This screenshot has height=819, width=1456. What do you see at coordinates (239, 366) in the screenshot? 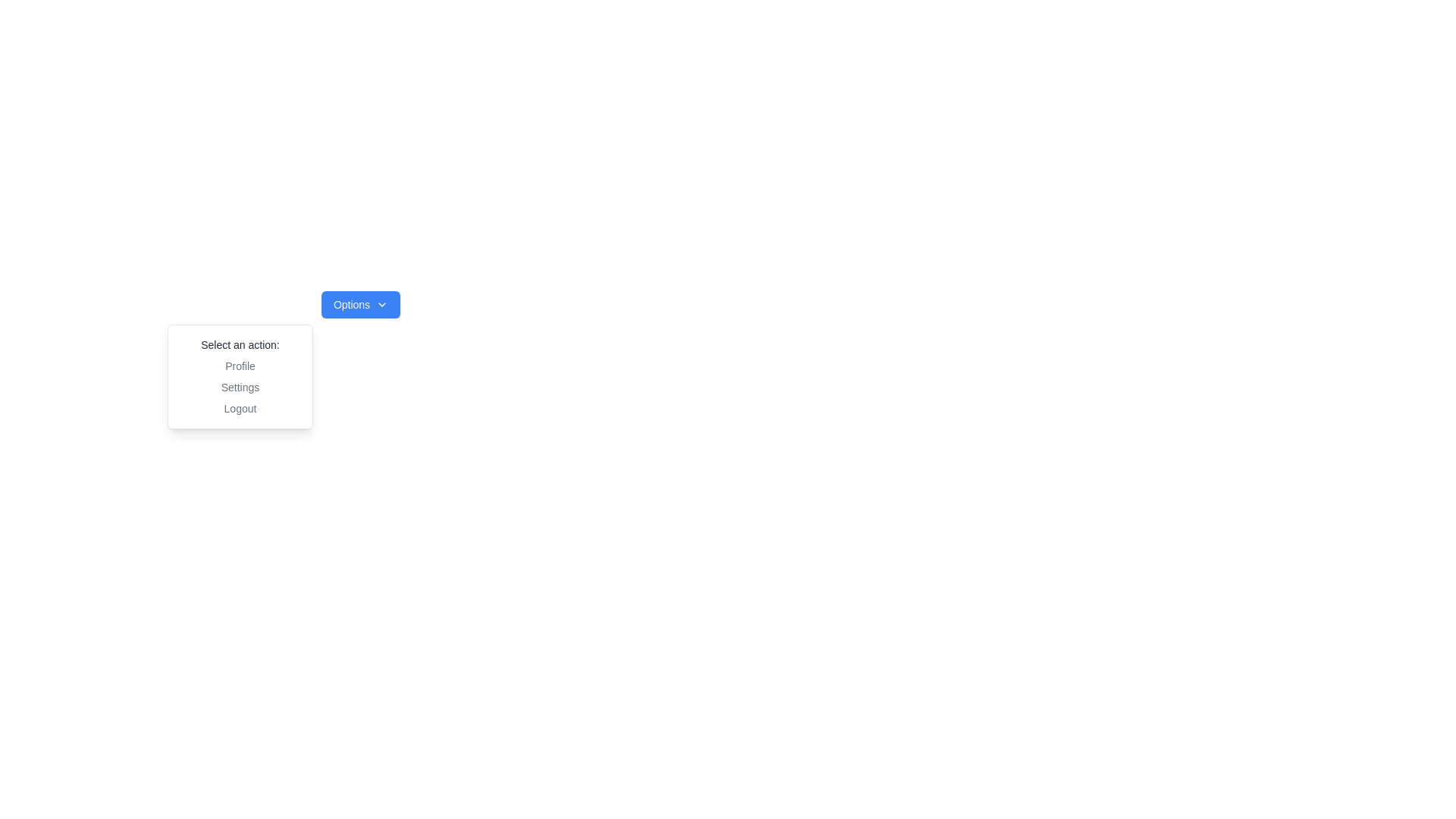
I see `the 'Profile' text label, which is the first item in a dropdown menu styled with a gray font` at bounding box center [239, 366].